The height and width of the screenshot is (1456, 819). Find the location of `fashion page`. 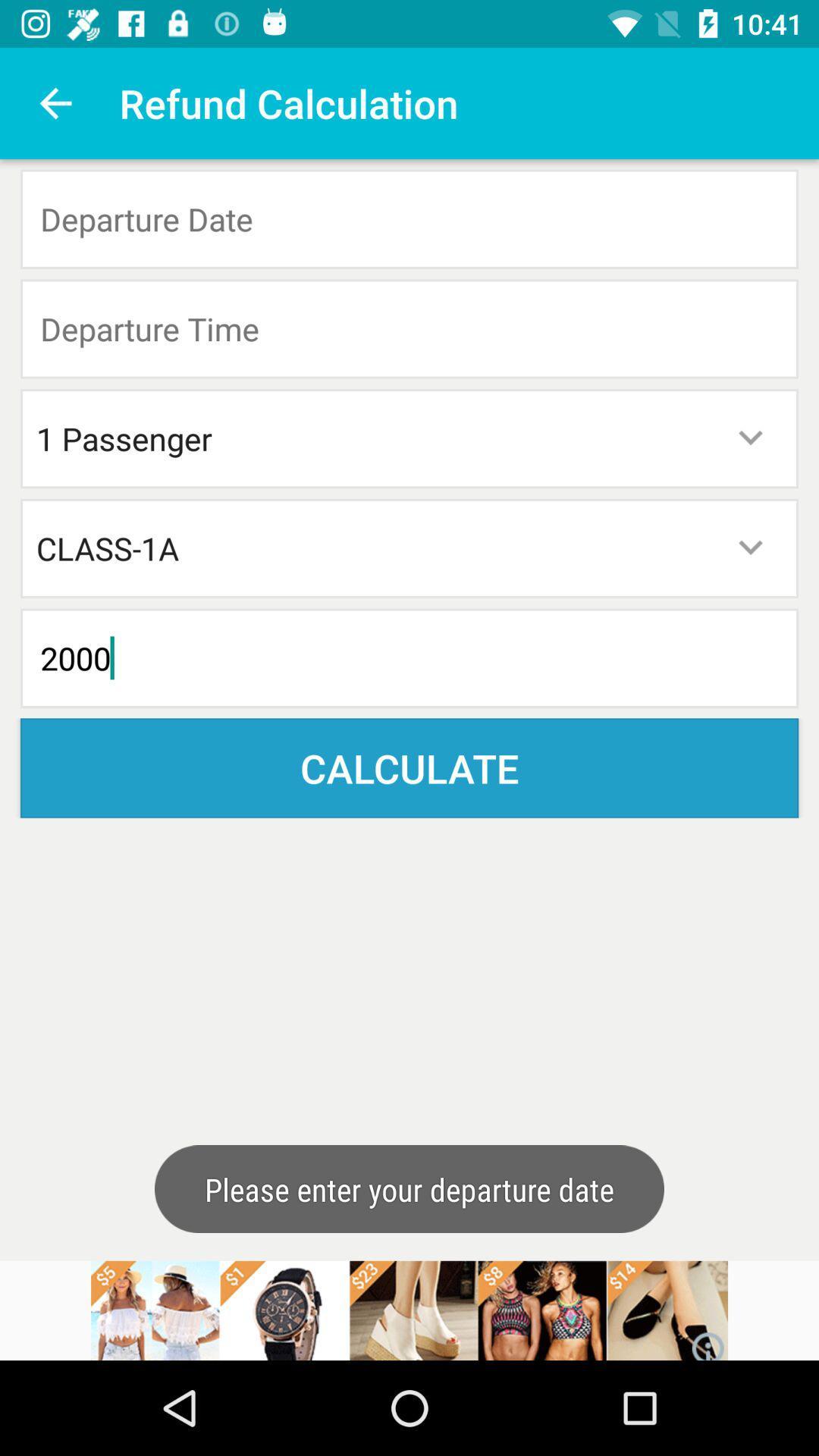

fashion page is located at coordinates (409, 1310).